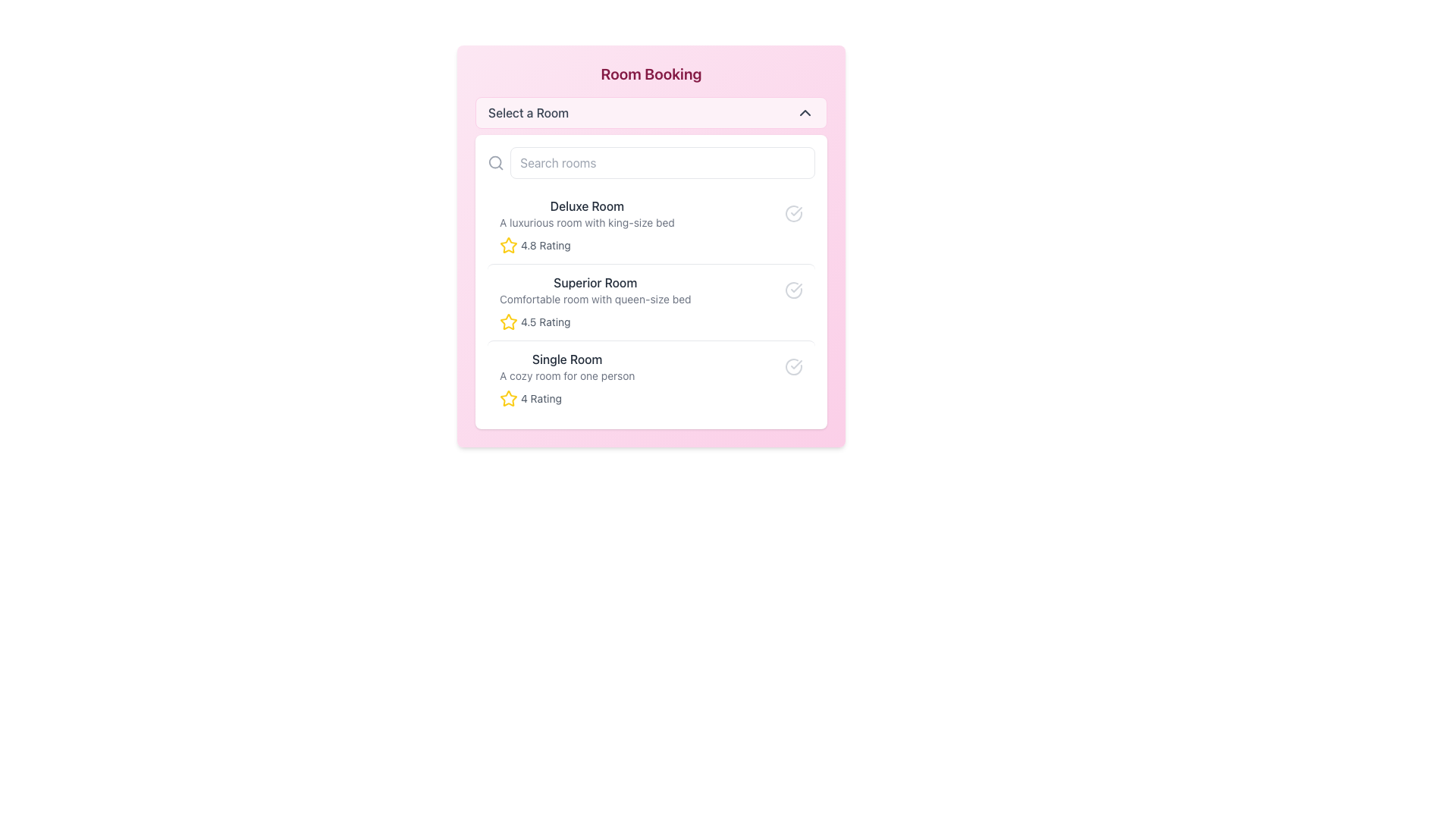 The height and width of the screenshot is (819, 1456). I want to click on the Chevron Down icon on the rightmost side of the 'Select a Room' dropdown bar, so click(804, 112).